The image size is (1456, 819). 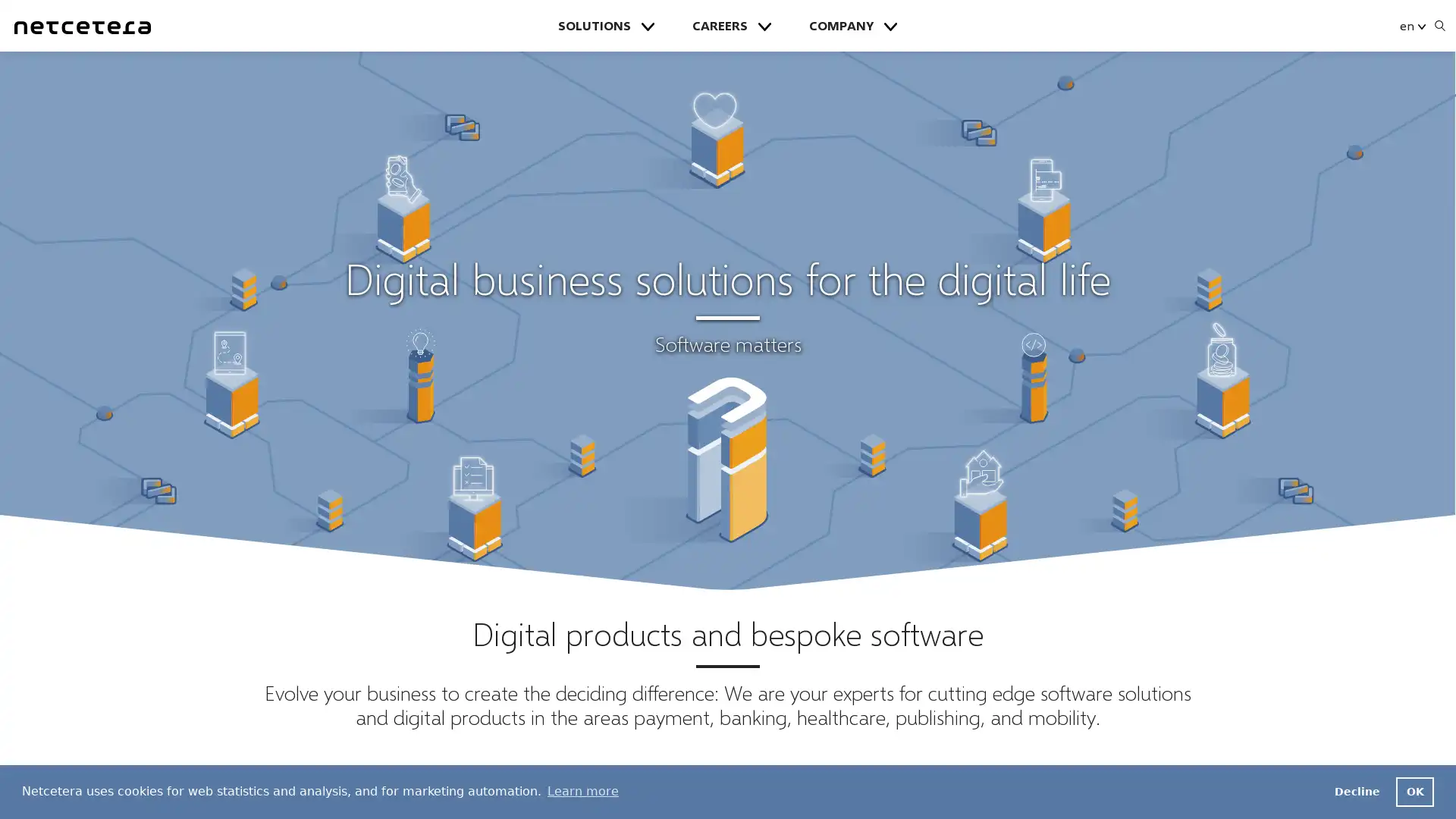 I want to click on allow cookies, so click(x=1414, y=791).